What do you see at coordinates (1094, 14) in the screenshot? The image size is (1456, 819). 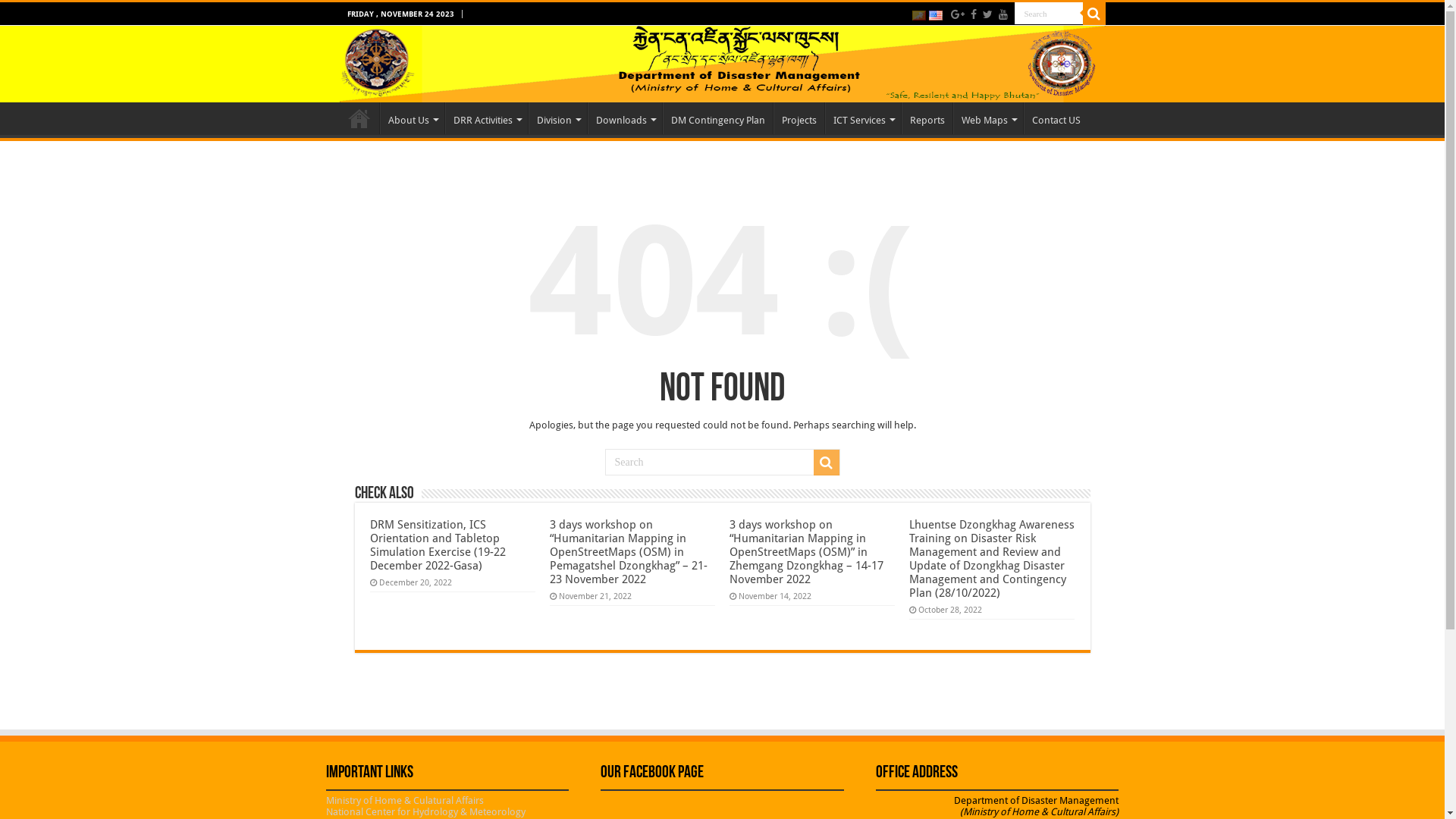 I see `'Search'` at bounding box center [1094, 14].